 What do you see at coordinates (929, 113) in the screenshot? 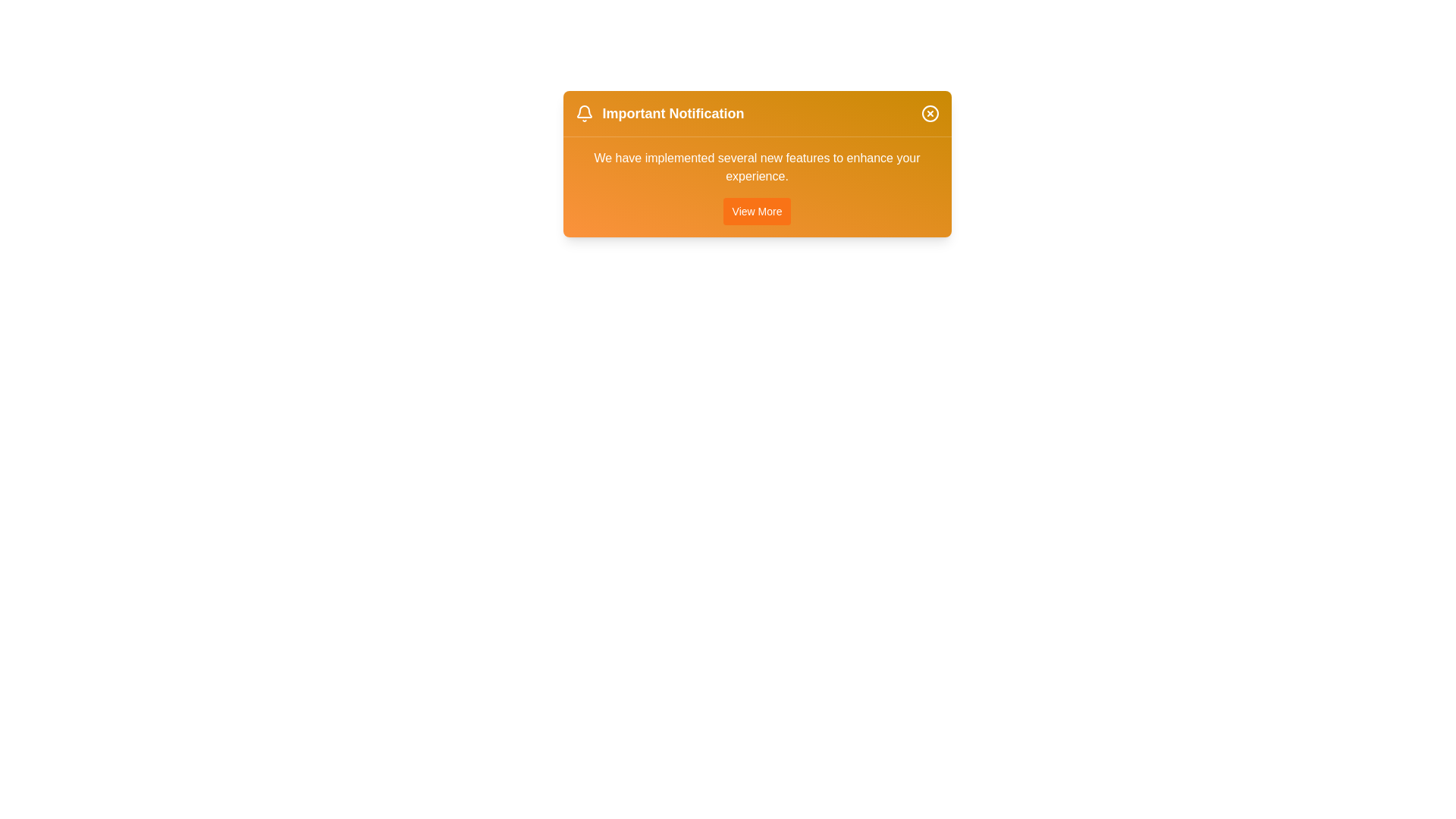
I see `the close button of the notification alert` at bounding box center [929, 113].